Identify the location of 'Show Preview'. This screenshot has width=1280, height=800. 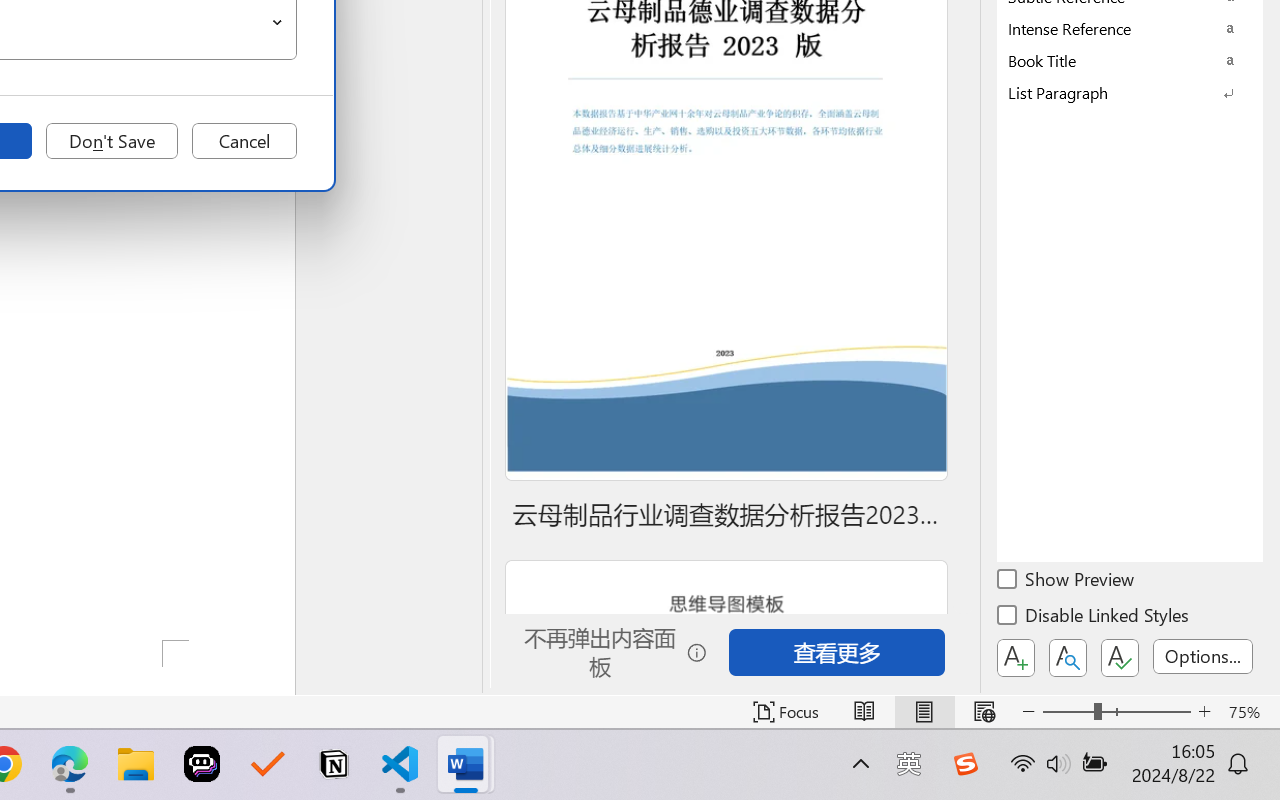
(1066, 581).